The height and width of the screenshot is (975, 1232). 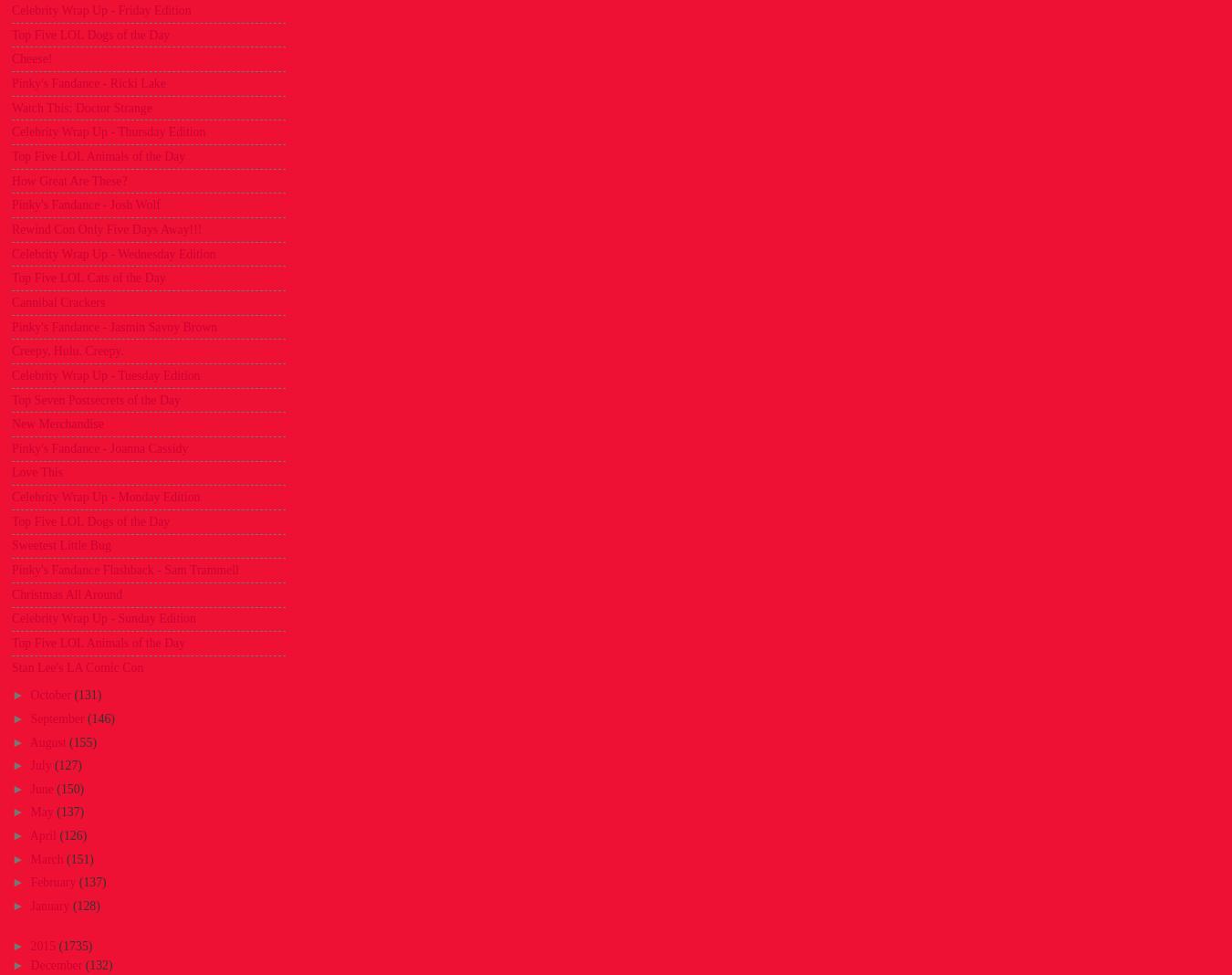 What do you see at coordinates (57, 300) in the screenshot?
I see `'Cannibal Crackers'` at bounding box center [57, 300].